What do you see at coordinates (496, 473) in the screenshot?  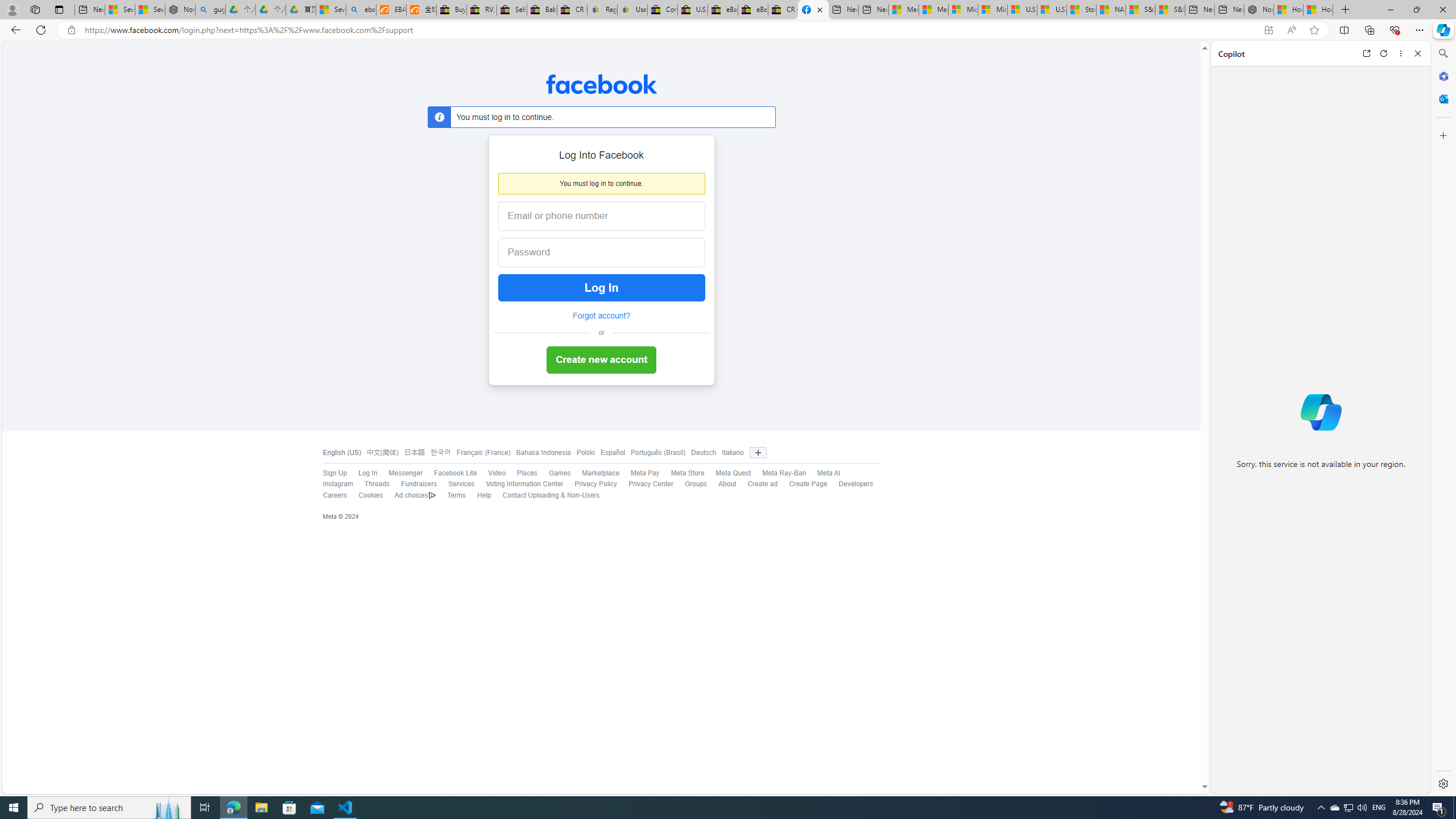 I see `'Video'` at bounding box center [496, 473].